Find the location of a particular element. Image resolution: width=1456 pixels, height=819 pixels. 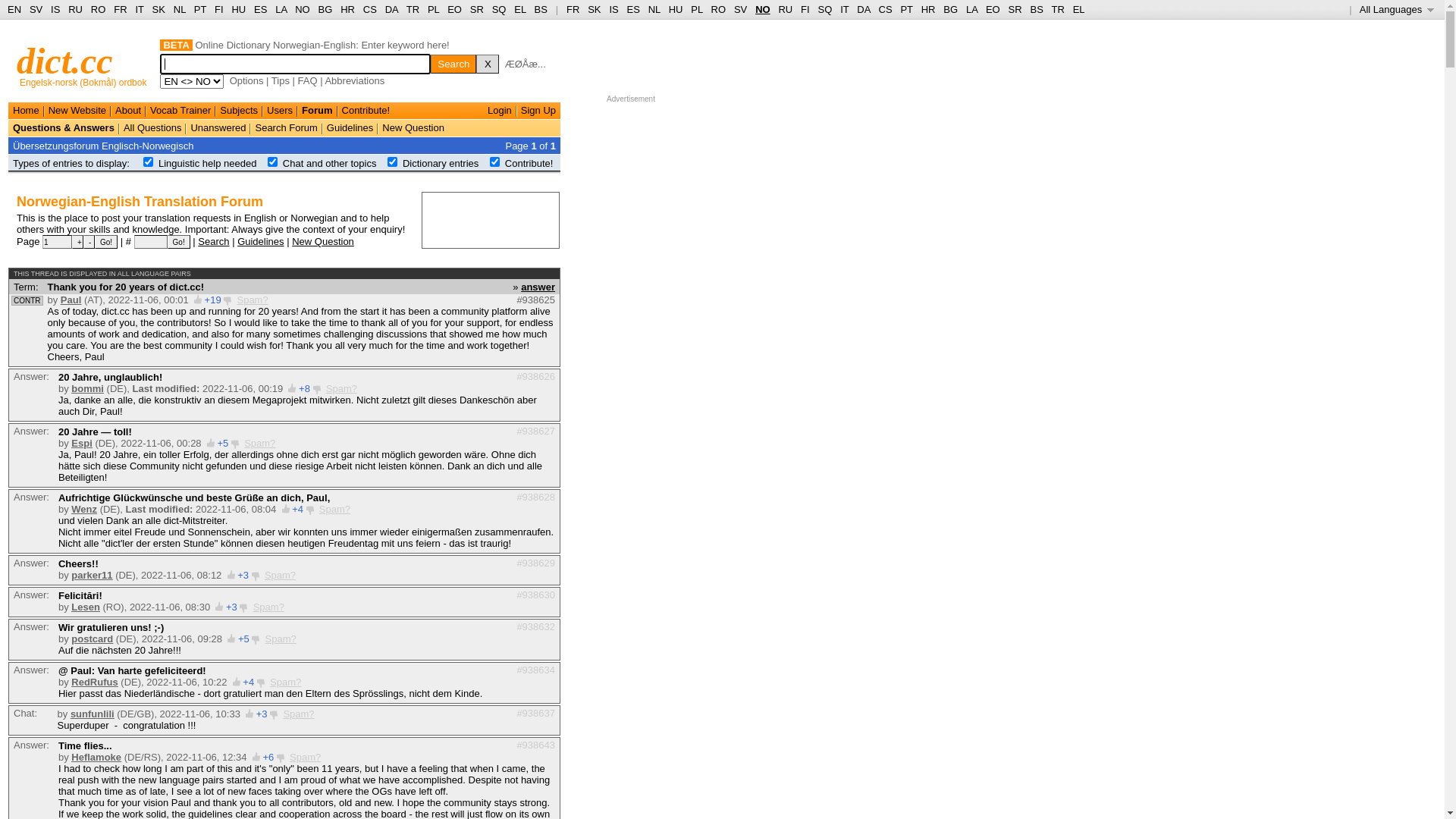

'Wenz' is located at coordinates (83, 509).